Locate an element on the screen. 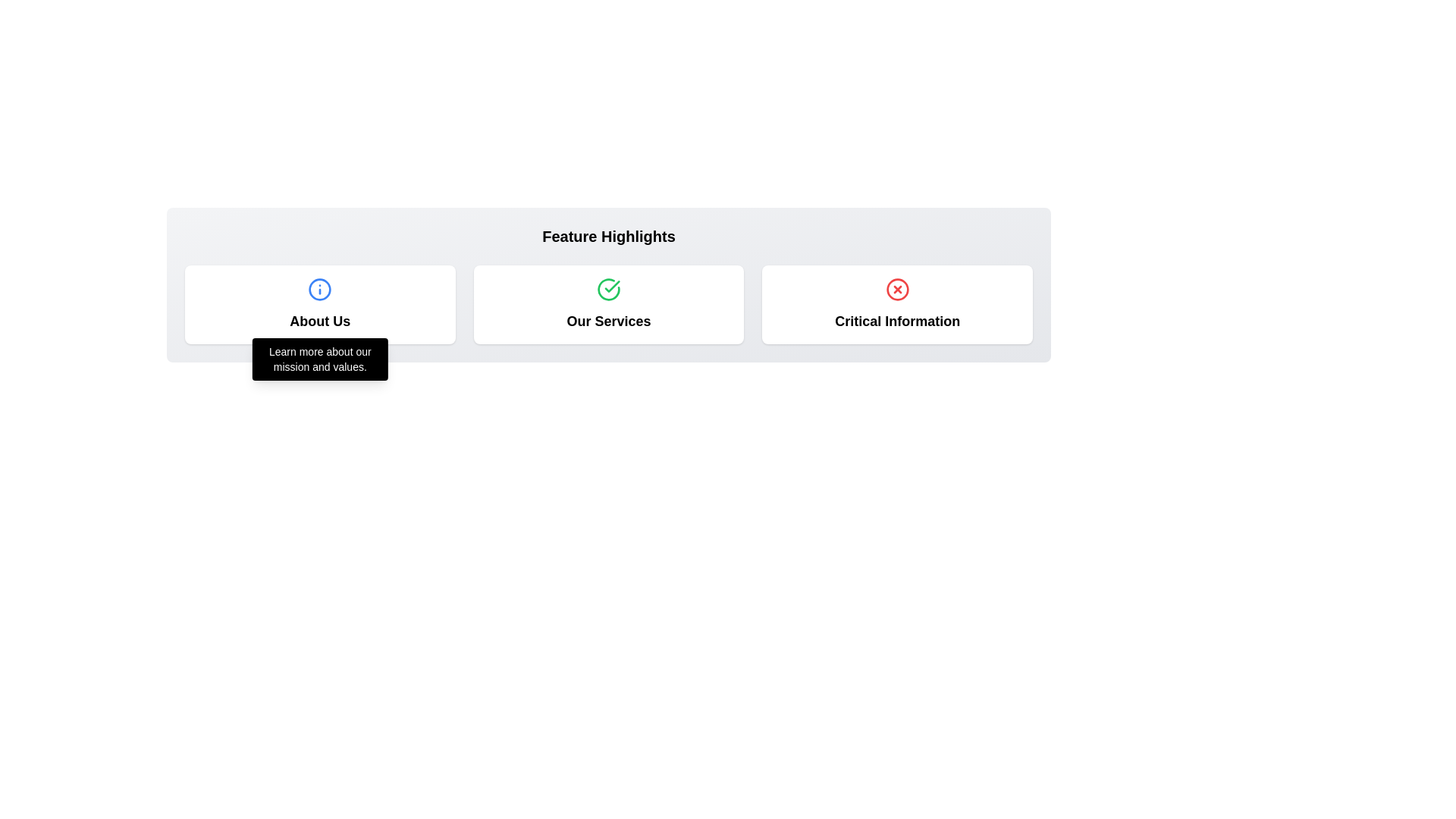 The image size is (1456, 819). the tooltip that provides additional information about the 'About Us' section, positioned directly under it is located at coordinates (319, 359).